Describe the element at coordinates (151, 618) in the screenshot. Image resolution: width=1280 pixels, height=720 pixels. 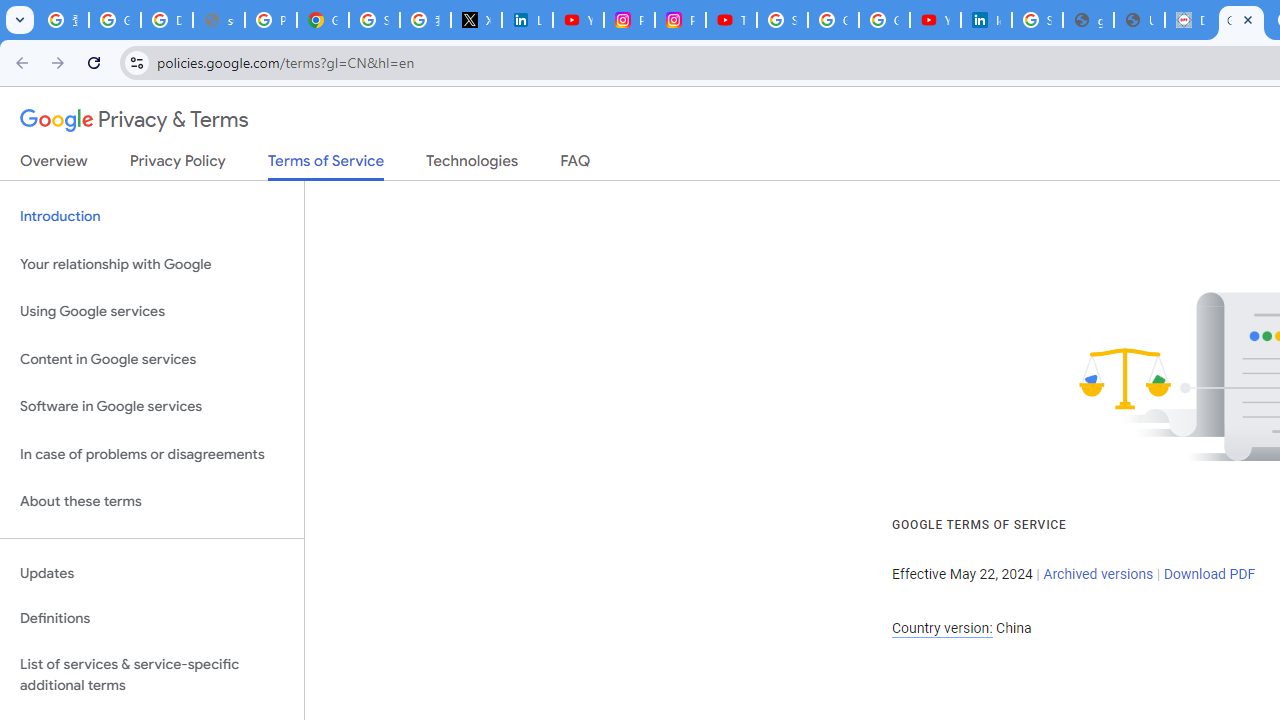
I see `'Definitions'` at that location.